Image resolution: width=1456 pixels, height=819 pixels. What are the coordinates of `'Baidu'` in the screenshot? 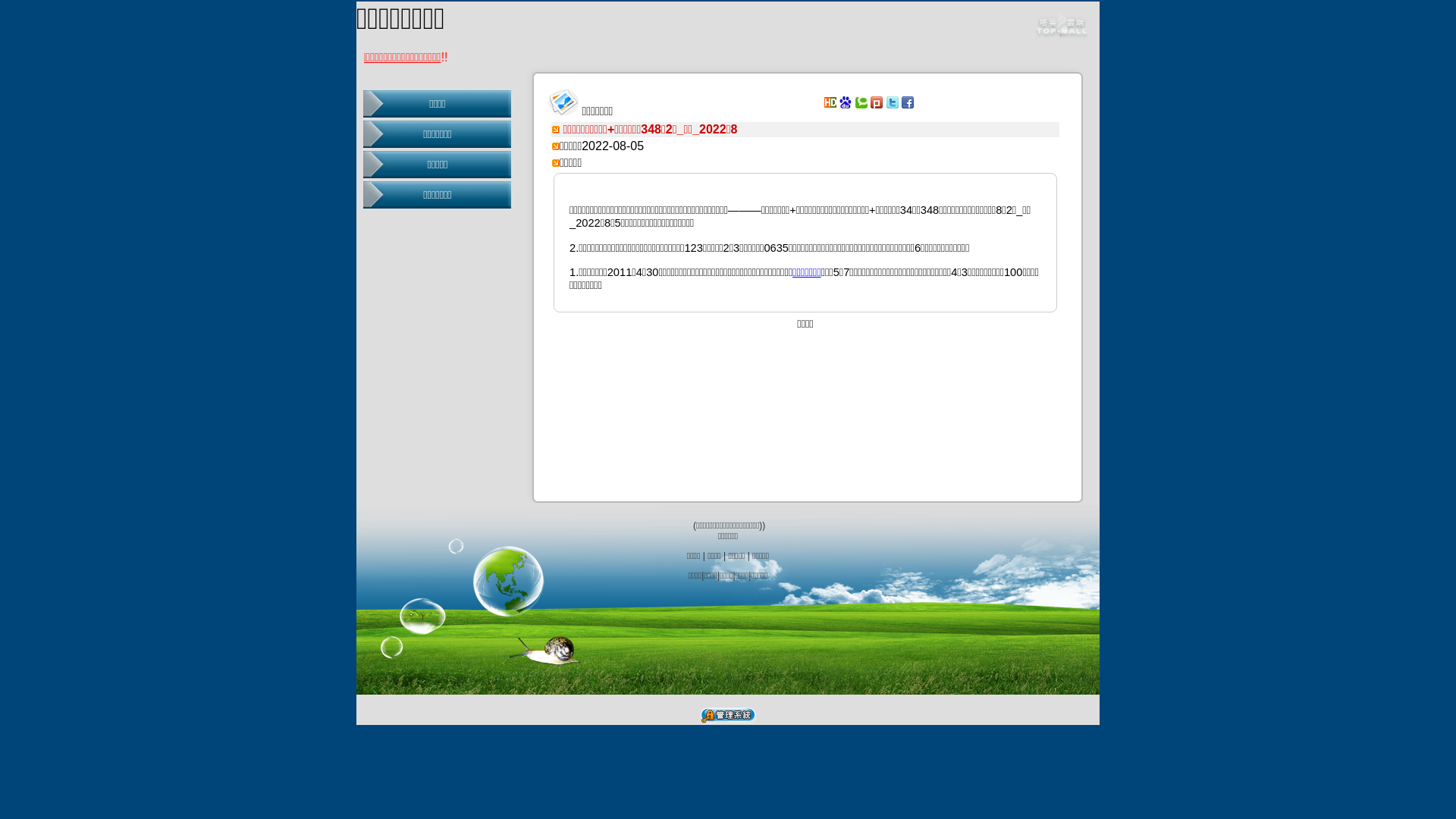 It's located at (839, 102).